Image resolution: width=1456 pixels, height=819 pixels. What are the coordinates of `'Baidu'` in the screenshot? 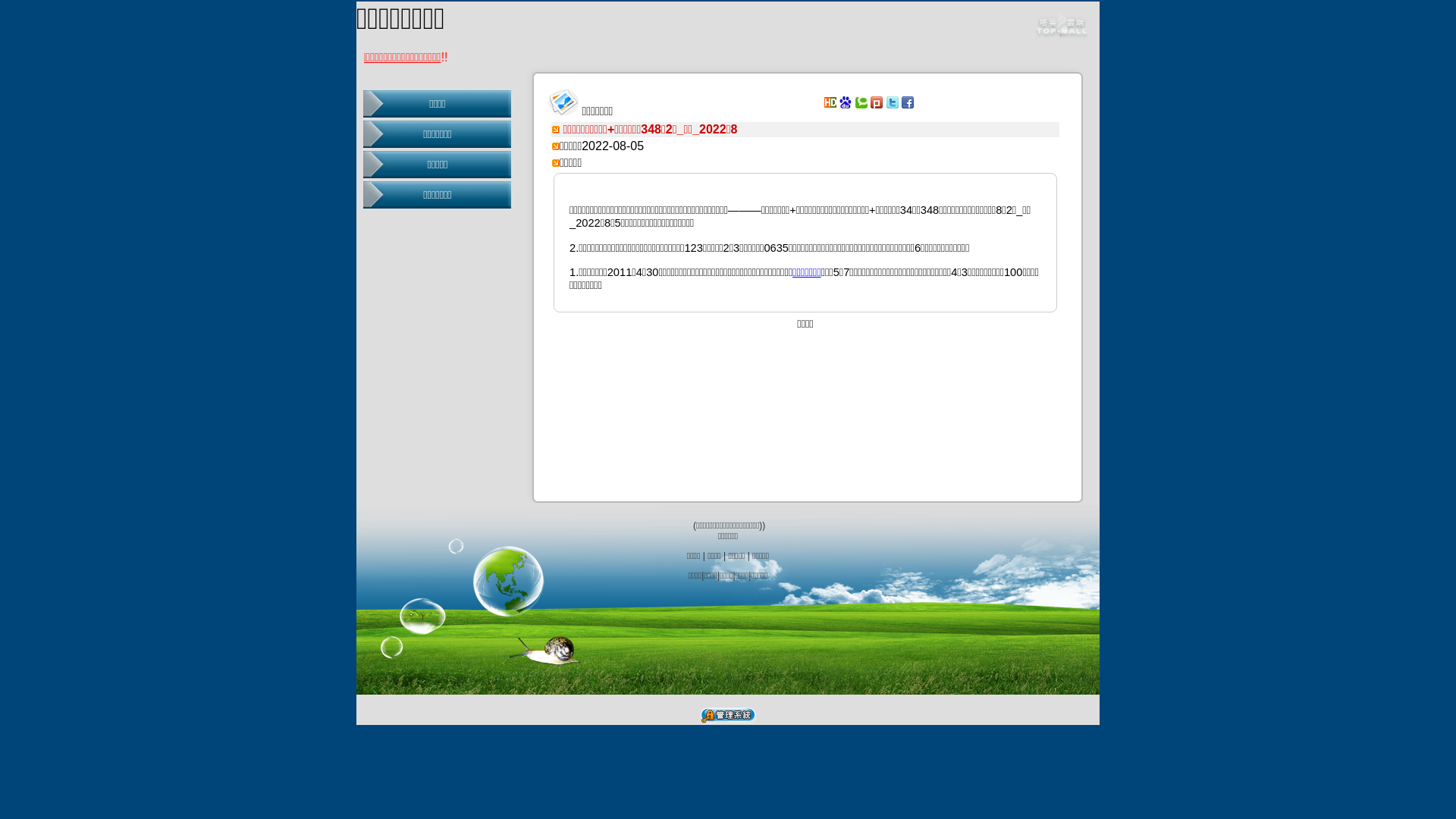 It's located at (839, 102).